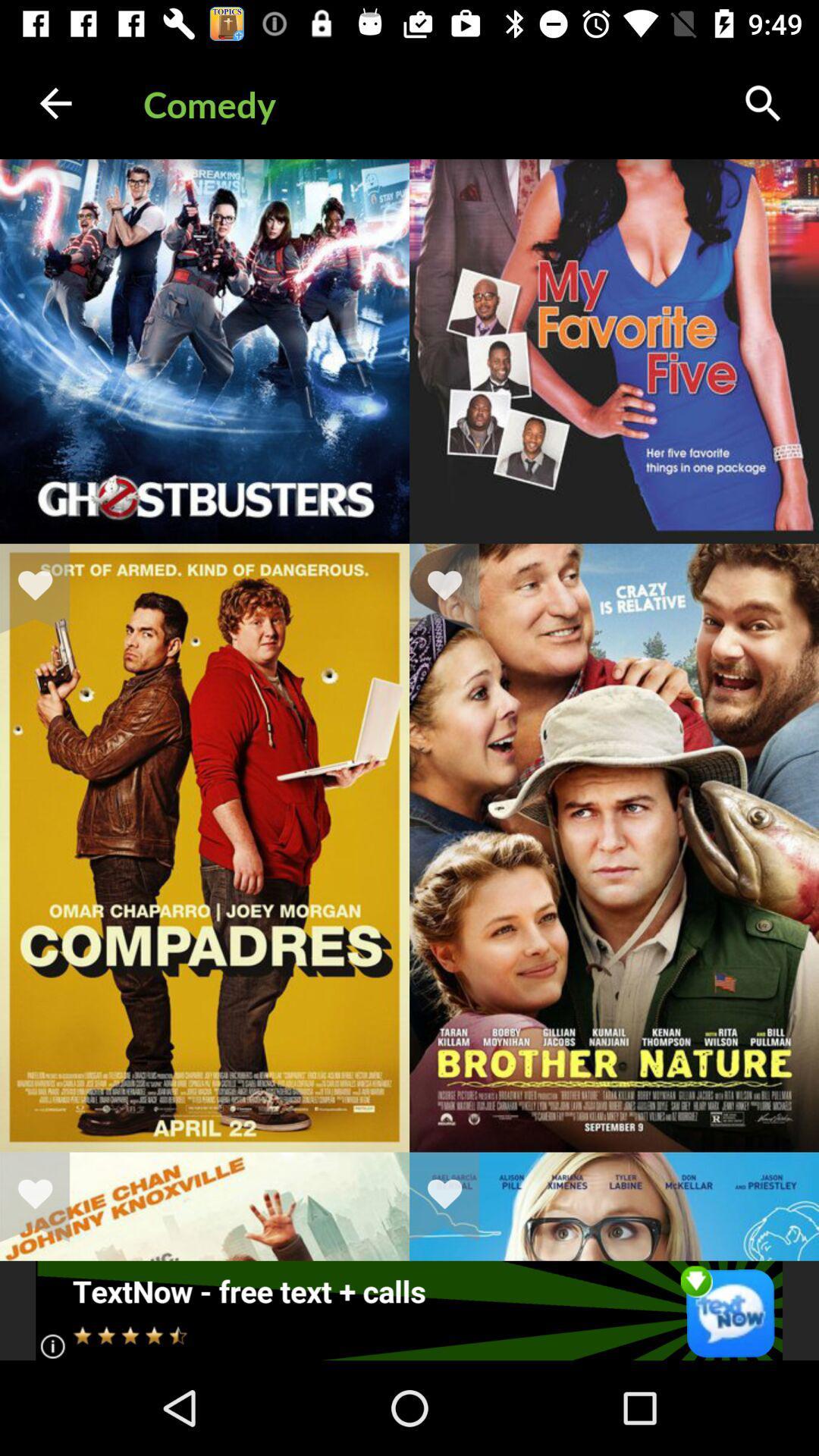 The image size is (819, 1456). I want to click on the movie to favorites, so click(44, 588).